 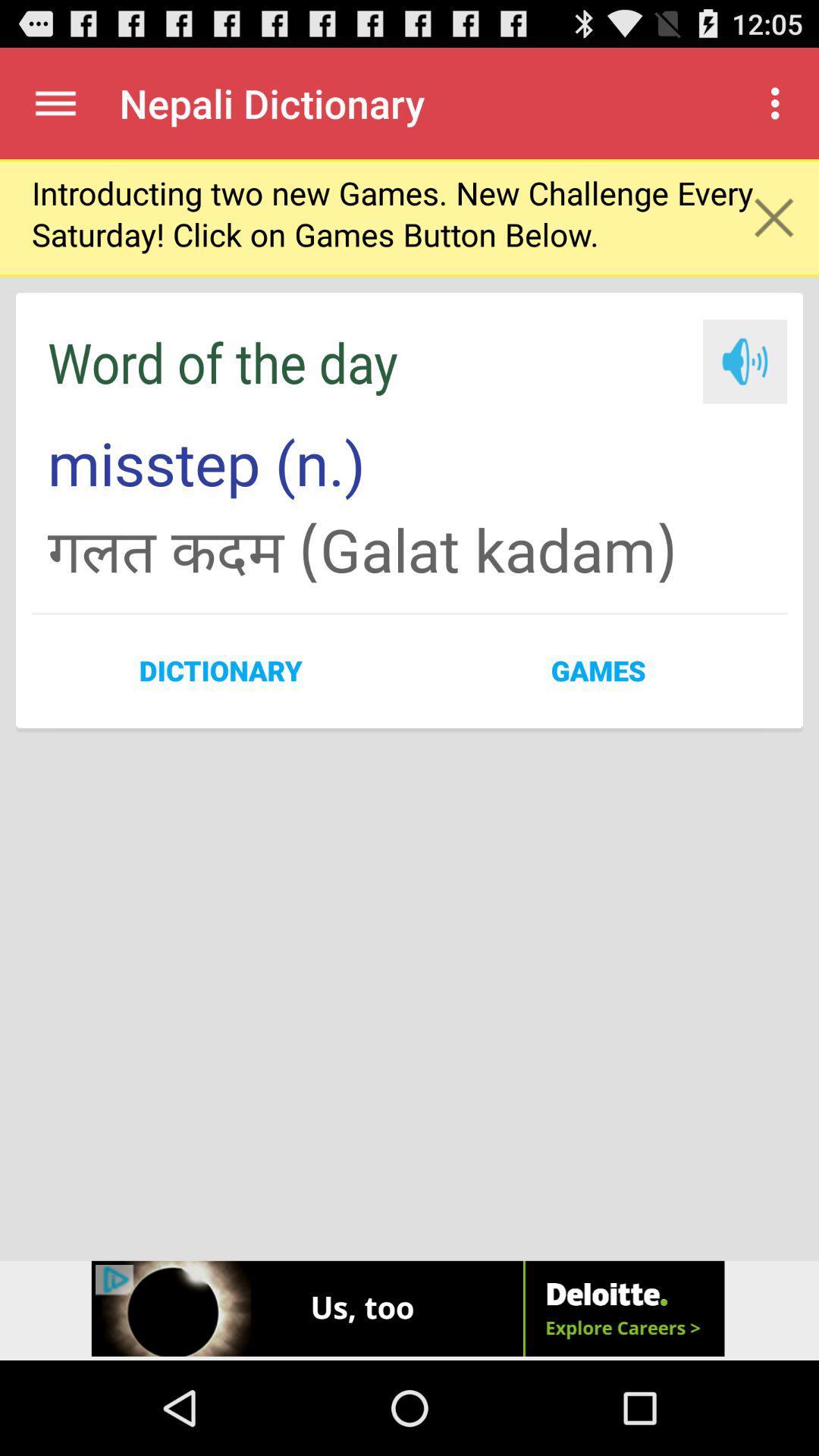 I want to click on the button below dictionary, so click(x=409, y=1310).